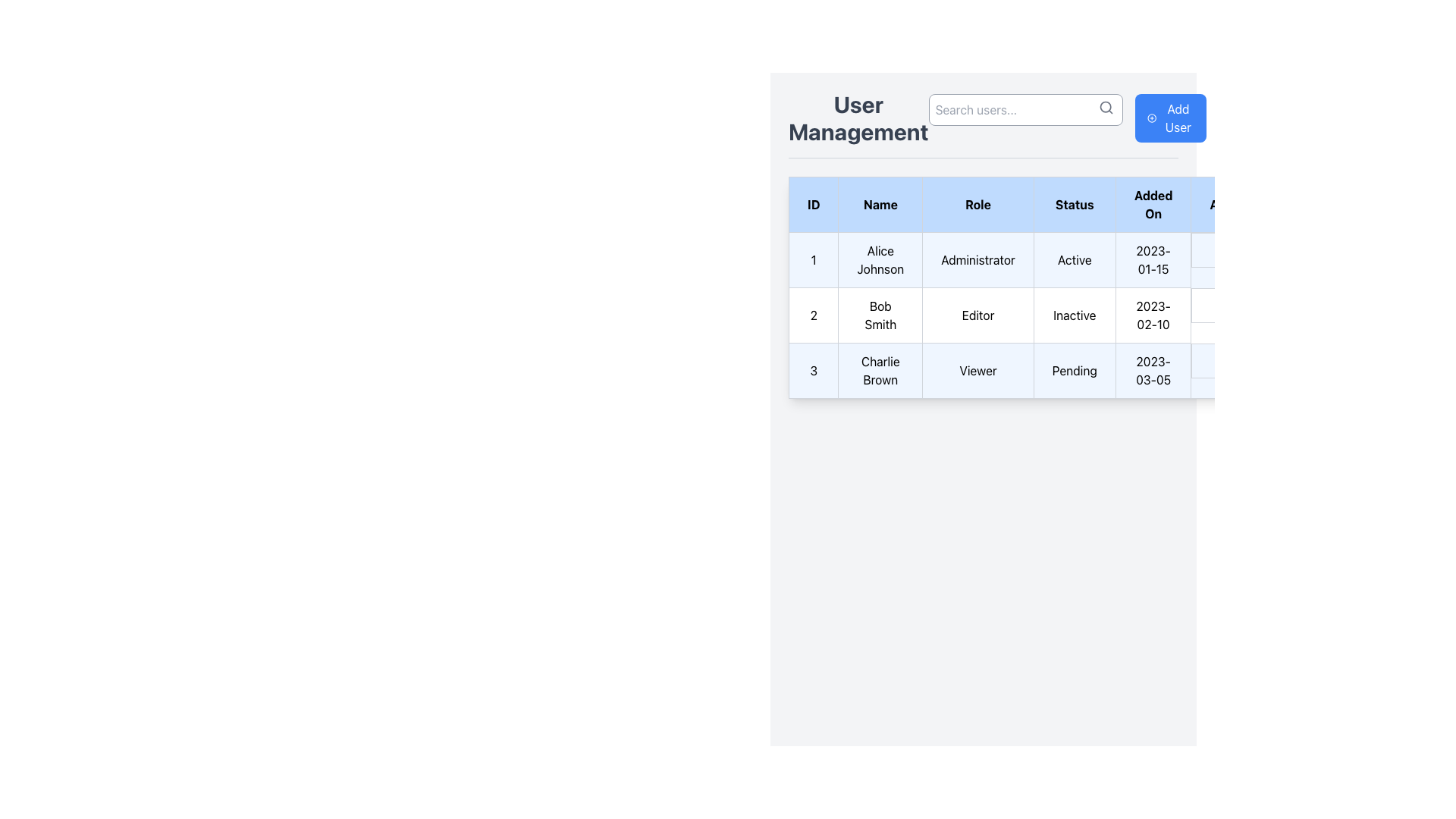 The width and height of the screenshot is (1456, 819). Describe the element at coordinates (813, 315) in the screenshot. I see `the static text element representing the ID number for the user entry in the first cell of the second row in the table below the 'User Management' header` at that location.